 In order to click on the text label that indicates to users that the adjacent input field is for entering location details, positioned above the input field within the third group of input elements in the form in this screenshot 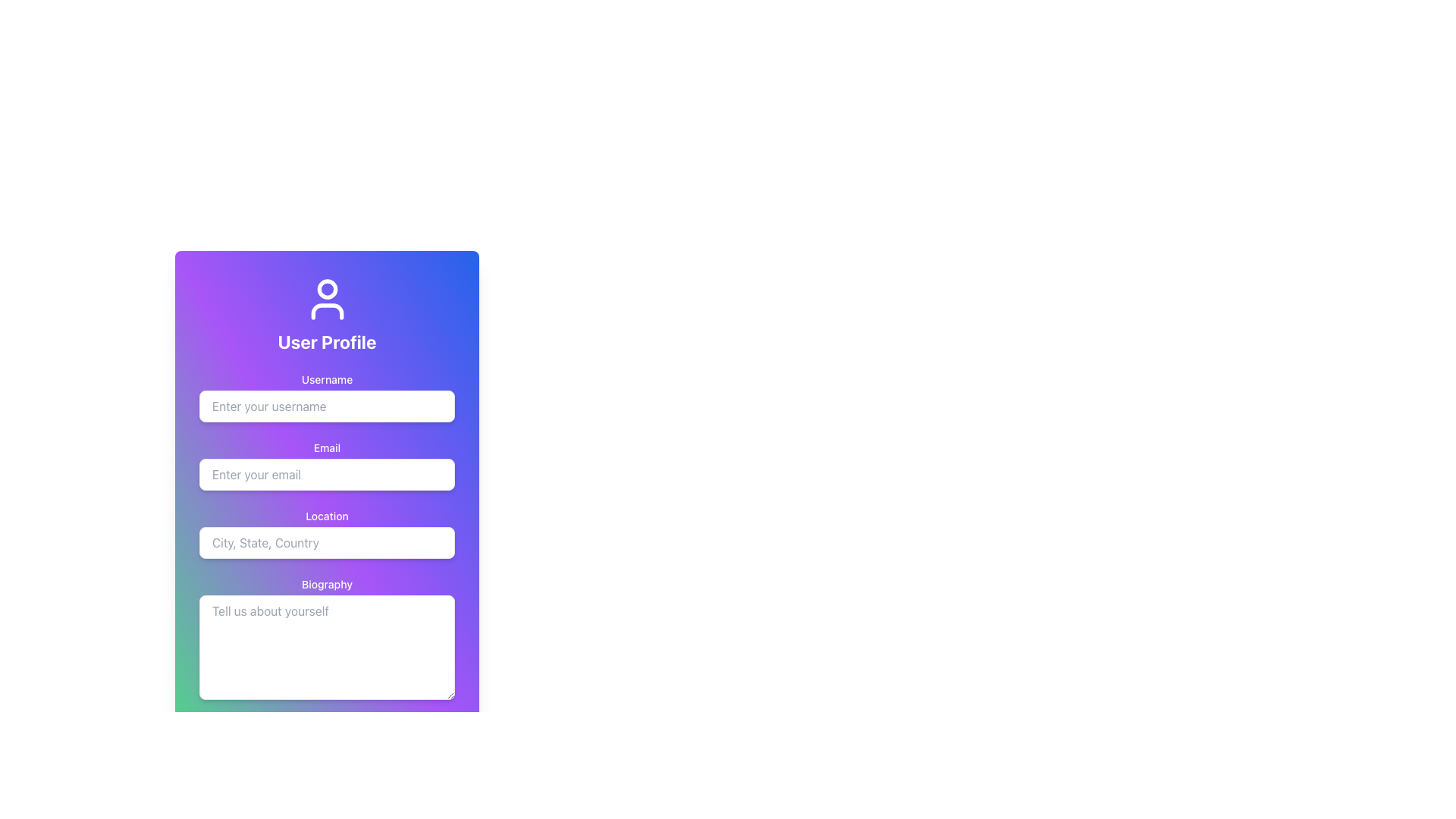, I will do `click(326, 516)`.